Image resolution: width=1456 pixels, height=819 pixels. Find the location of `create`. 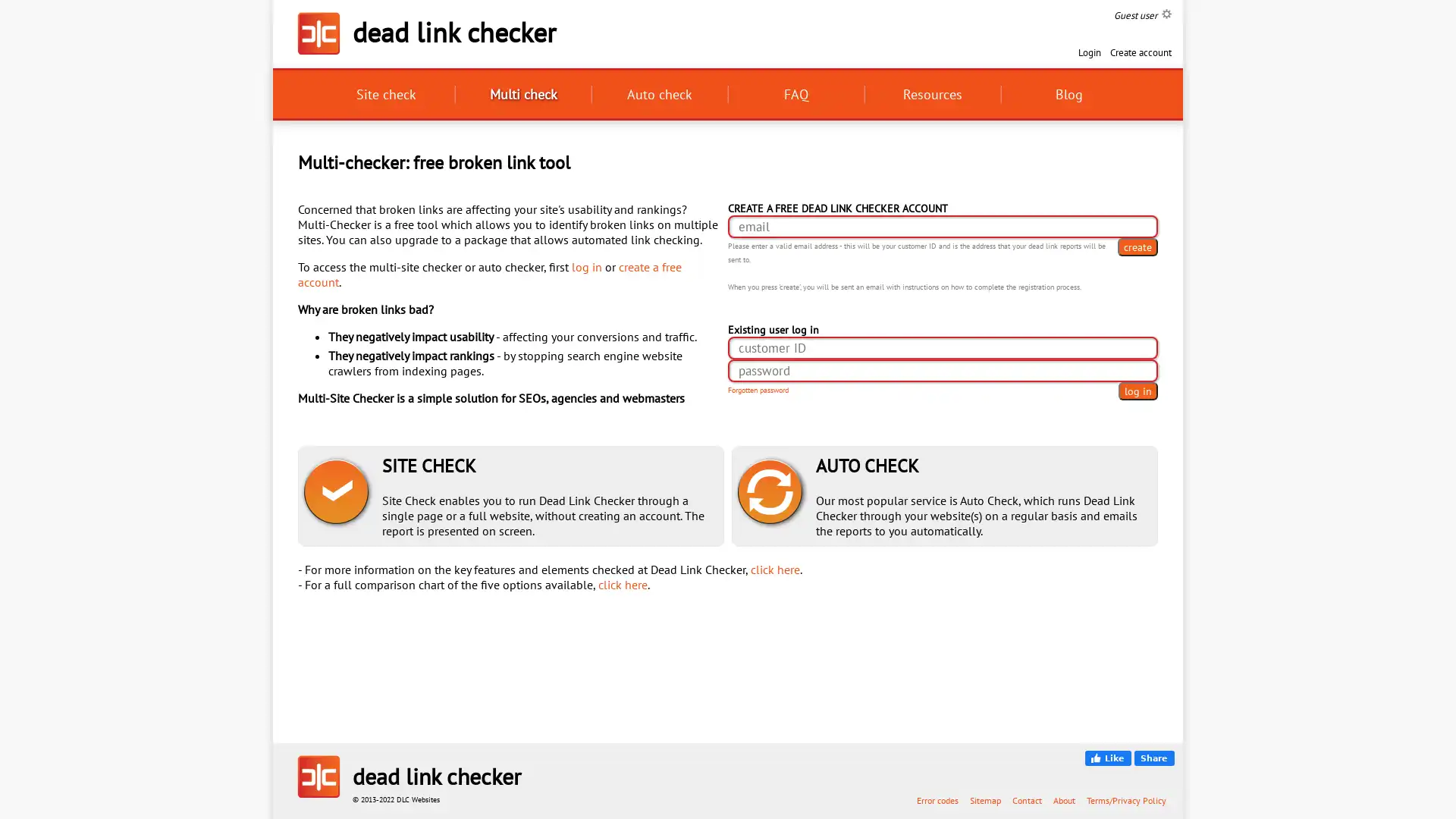

create is located at coordinates (1137, 246).